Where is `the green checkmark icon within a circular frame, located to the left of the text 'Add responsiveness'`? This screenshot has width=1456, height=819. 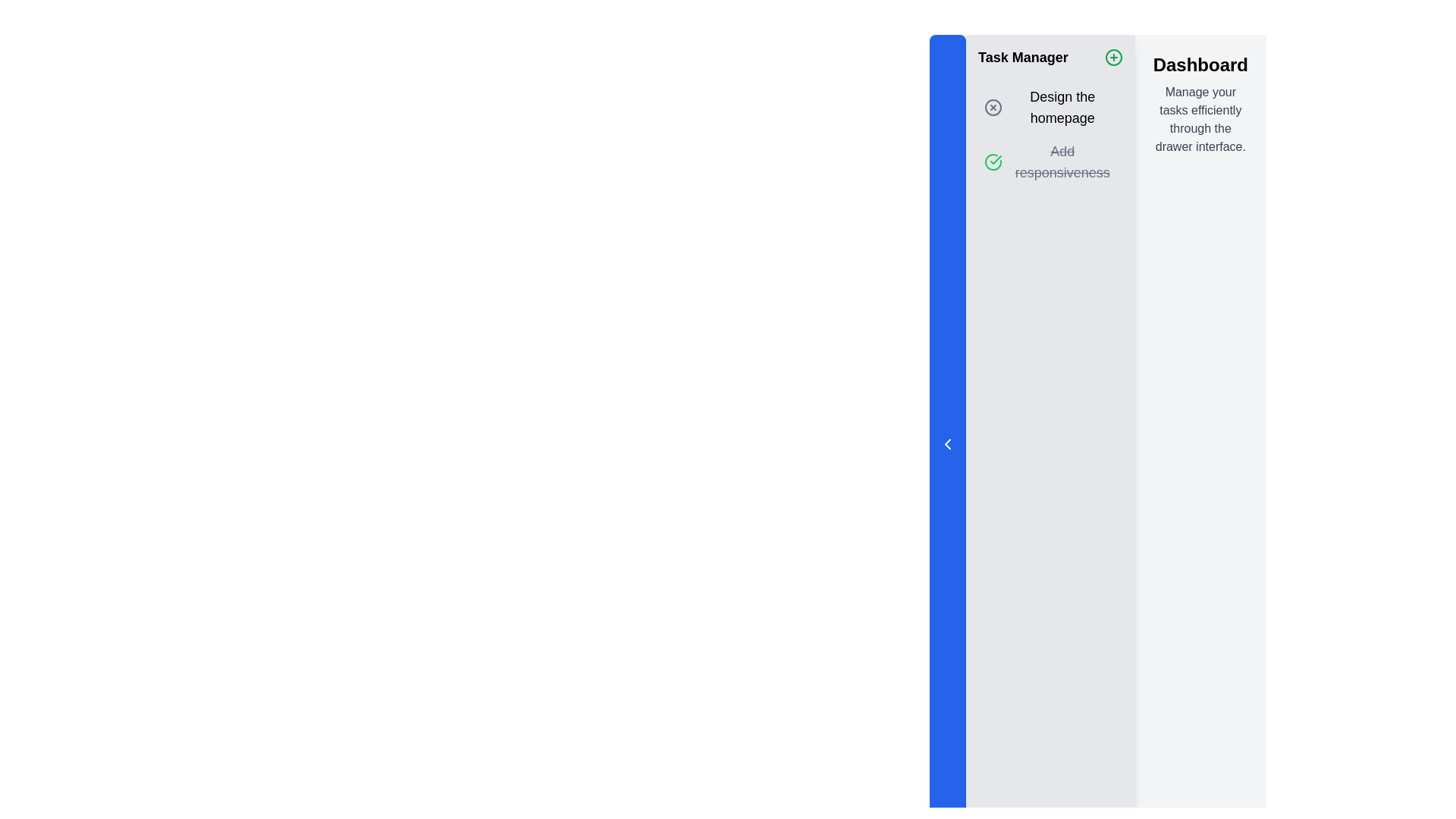 the green checkmark icon within a circular frame, located to the left of the text 'Add responsiveness' is located at coordinates (993, 162).